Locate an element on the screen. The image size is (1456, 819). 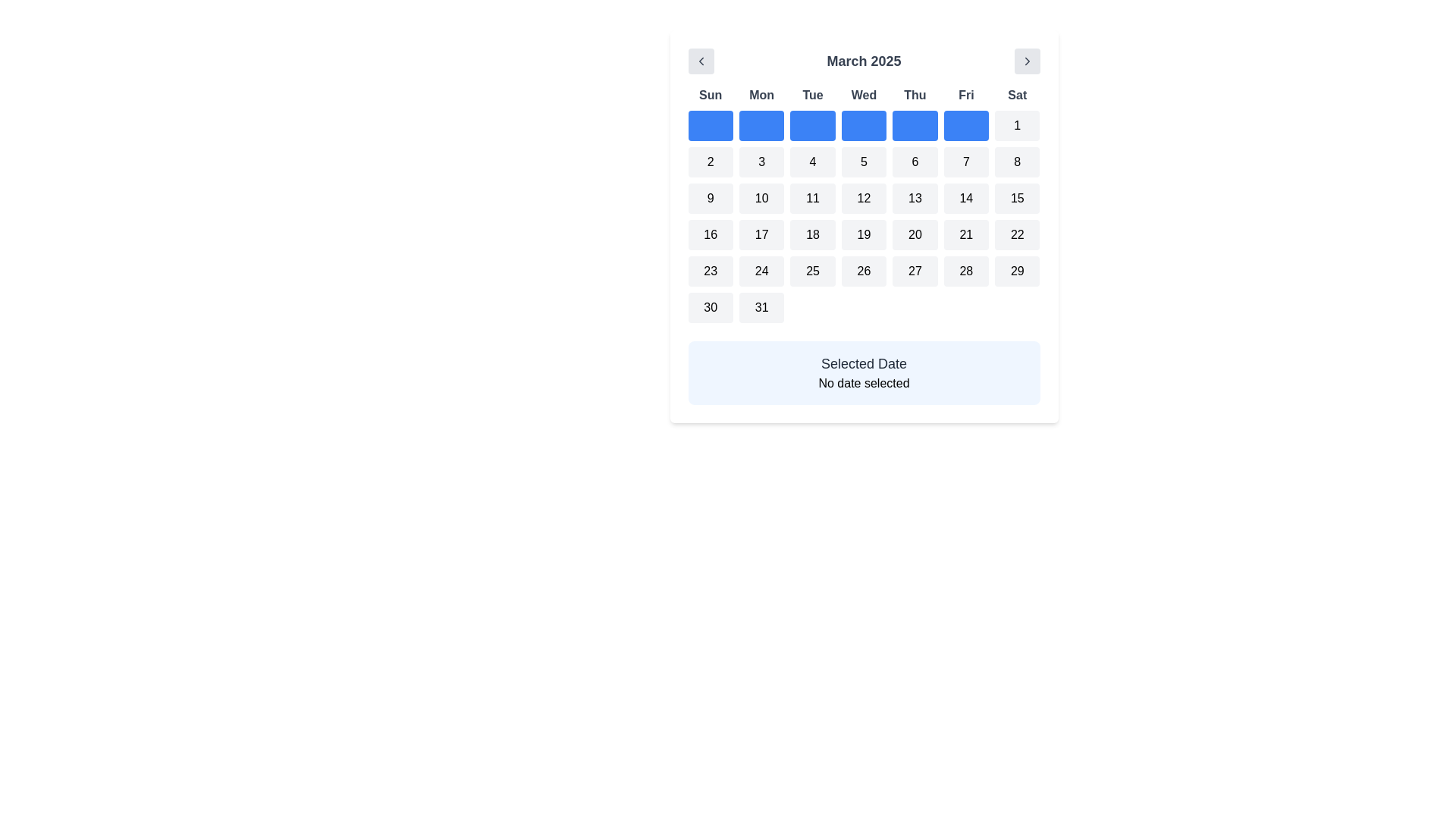
the Informational Panel, which has a light blue background and displays 'Selected Date' and 'No date selected' is located at coordinates (864, 373).